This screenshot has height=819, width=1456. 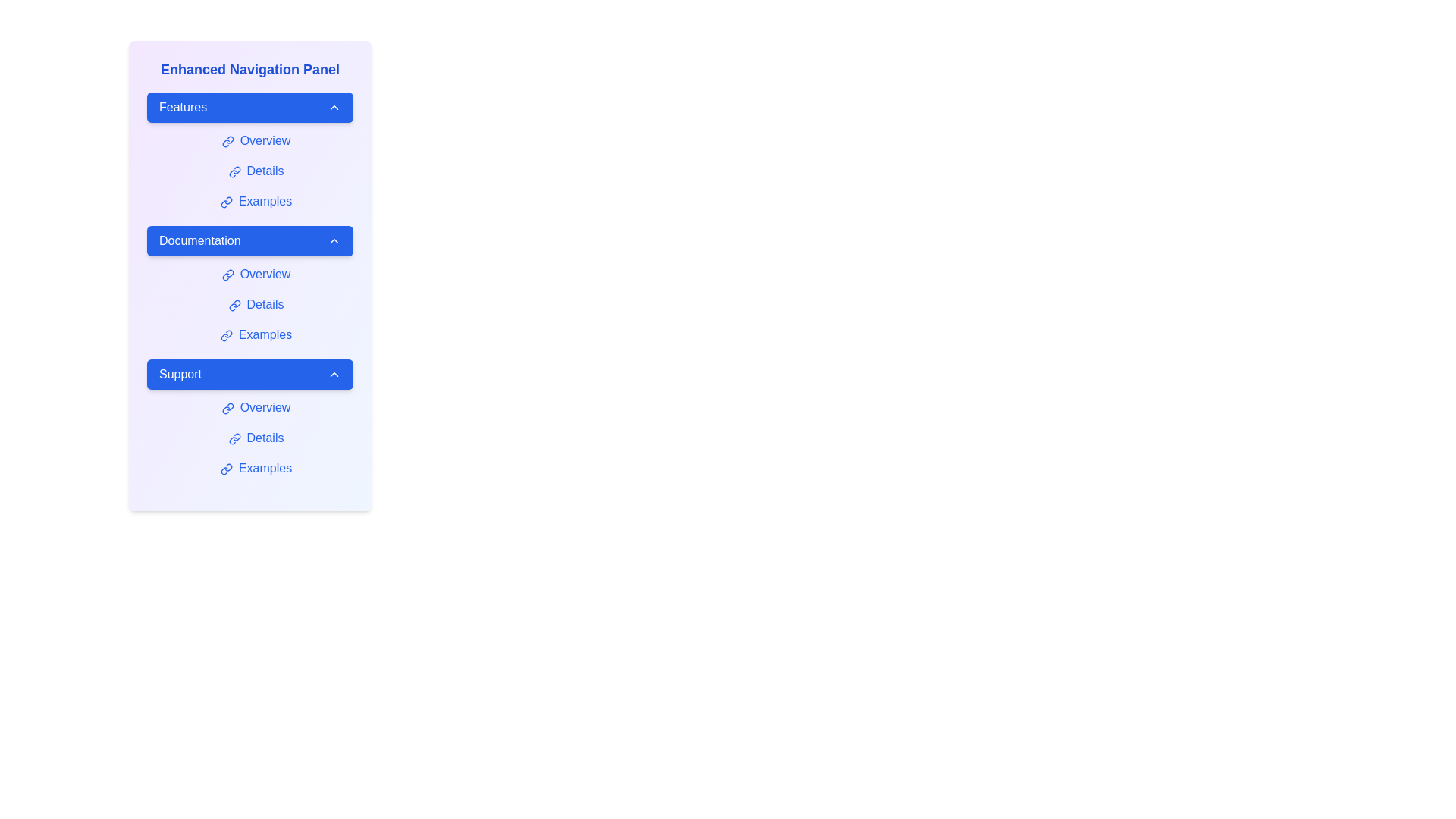 What do you see at coordinates (250, 420) in the screenshot?
I see `the 'Support Overview Details Examples' section` at bounding box center [250, 420].